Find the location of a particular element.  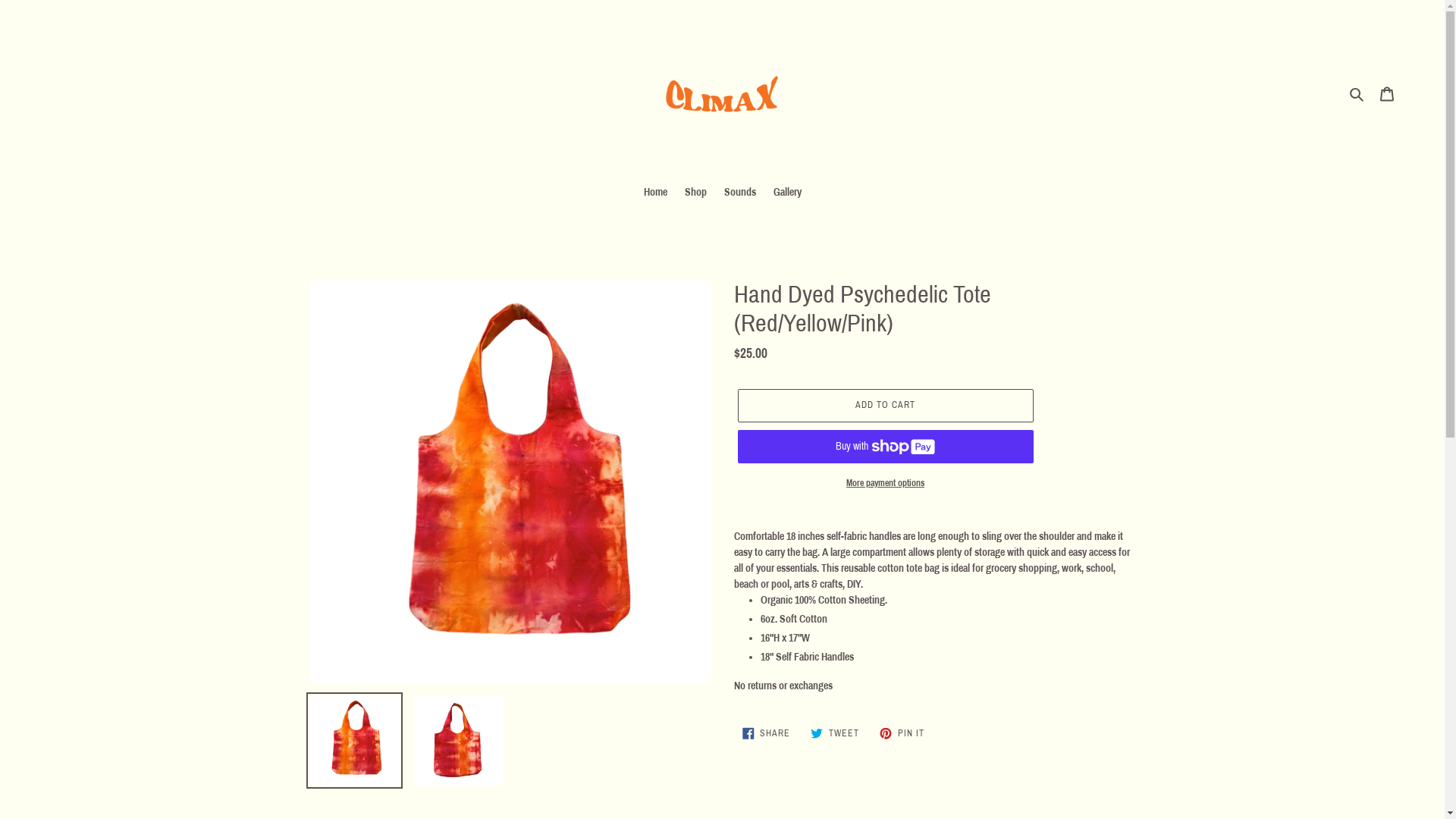

'SHARE is located at coordinates (734, 733).